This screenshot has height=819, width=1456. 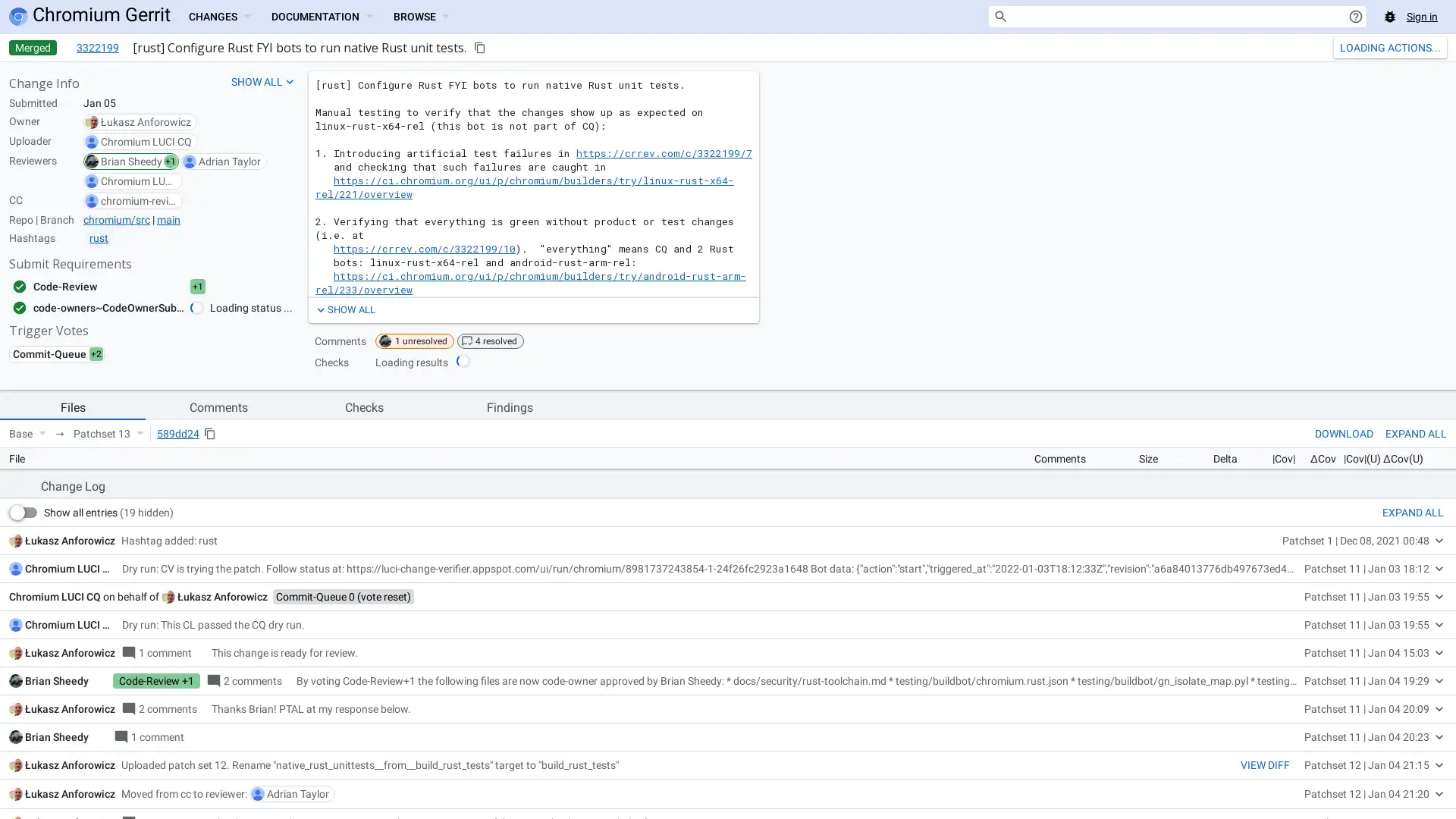 What do you see at coordinates (1420, 660) in the screenshot?
I see `FILE BUG` at bounding box center [1420, 660].